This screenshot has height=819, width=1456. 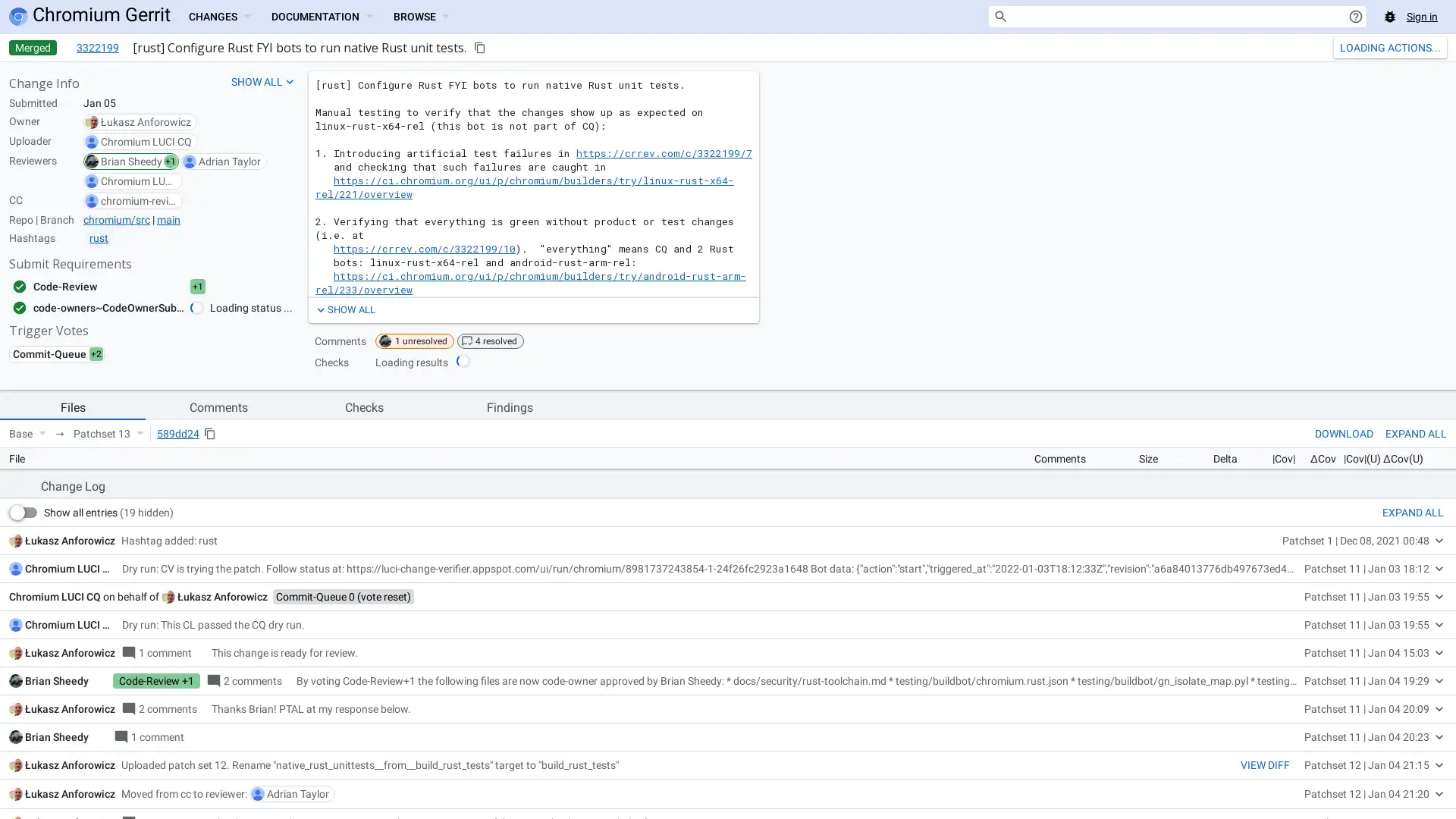 What do you see at coordinates (1420, 660) in the screenshot?
I see `FILE BUG` at bounding box center [1420, 660].